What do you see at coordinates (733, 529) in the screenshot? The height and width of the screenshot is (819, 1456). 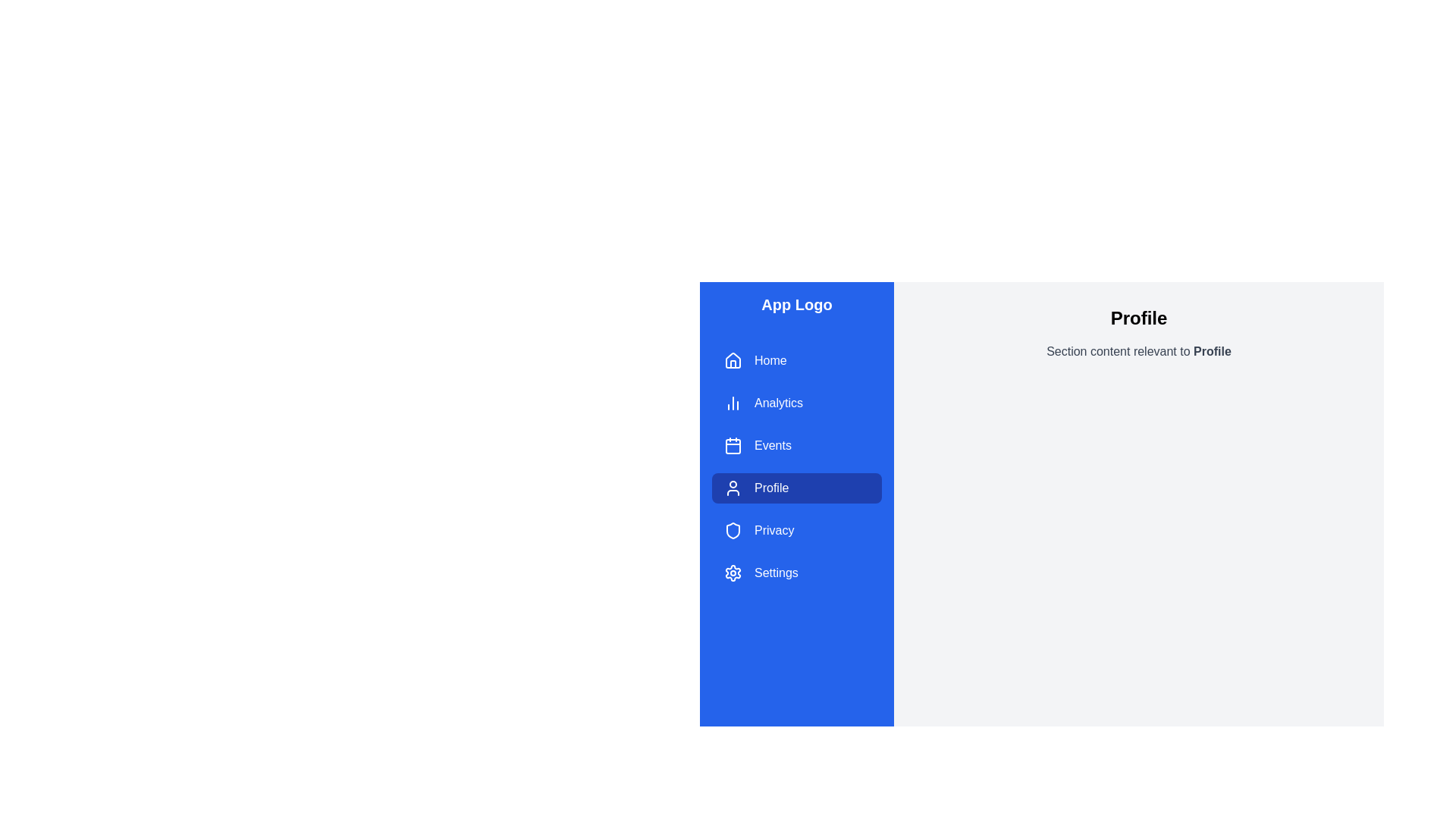 I see `the shield icon in the sidebar navigation menu, which is blue and located below the 'Privacy' item and above the 'Settings' item` at bounding box center [733, 529].